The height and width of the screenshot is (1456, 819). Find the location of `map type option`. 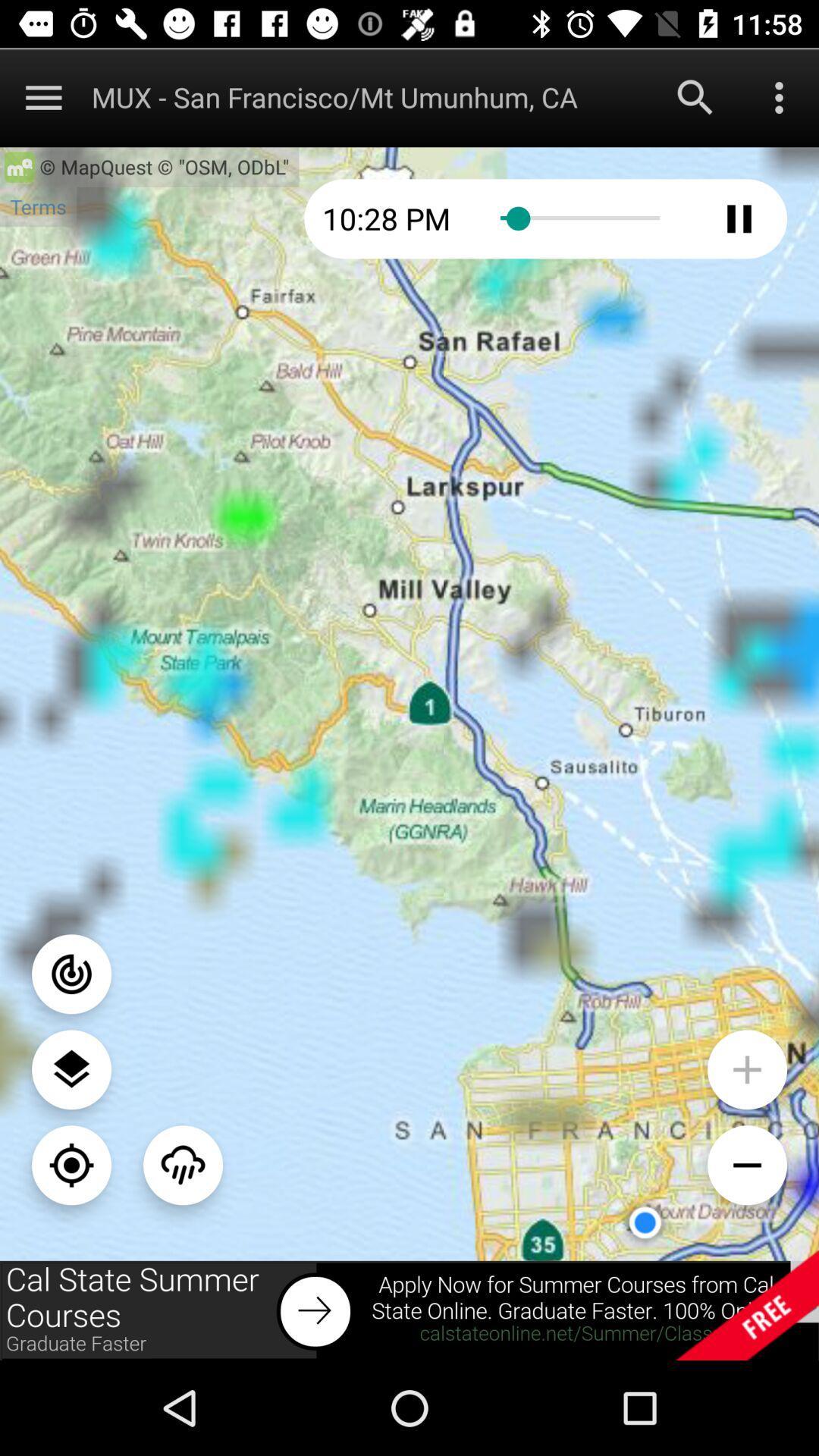

map type option is located at coordinates (71, 1068).